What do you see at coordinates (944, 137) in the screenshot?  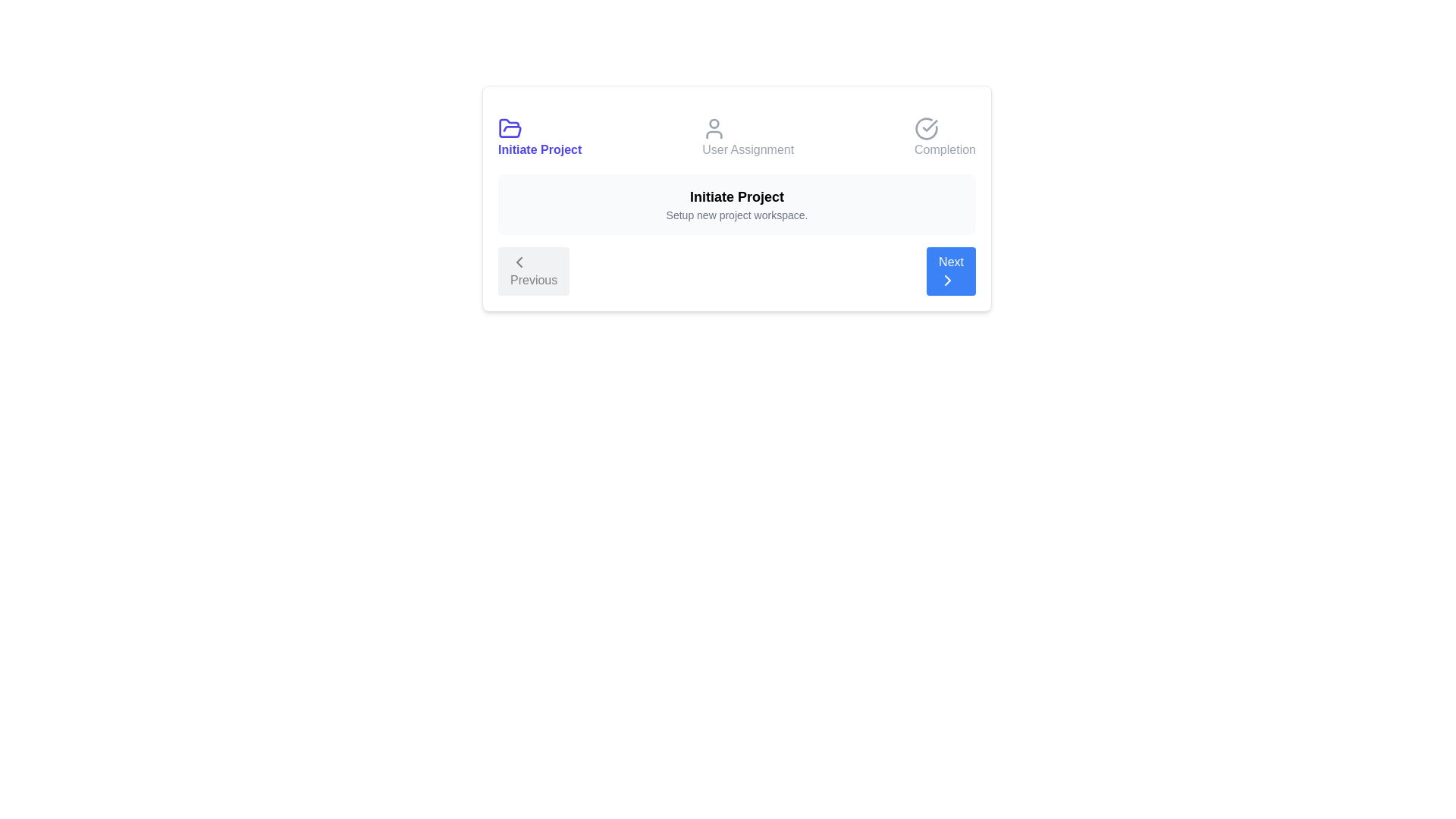 I see `the stage icon corresponding to Completion to highlight its details` at bounding box center [944, 137].